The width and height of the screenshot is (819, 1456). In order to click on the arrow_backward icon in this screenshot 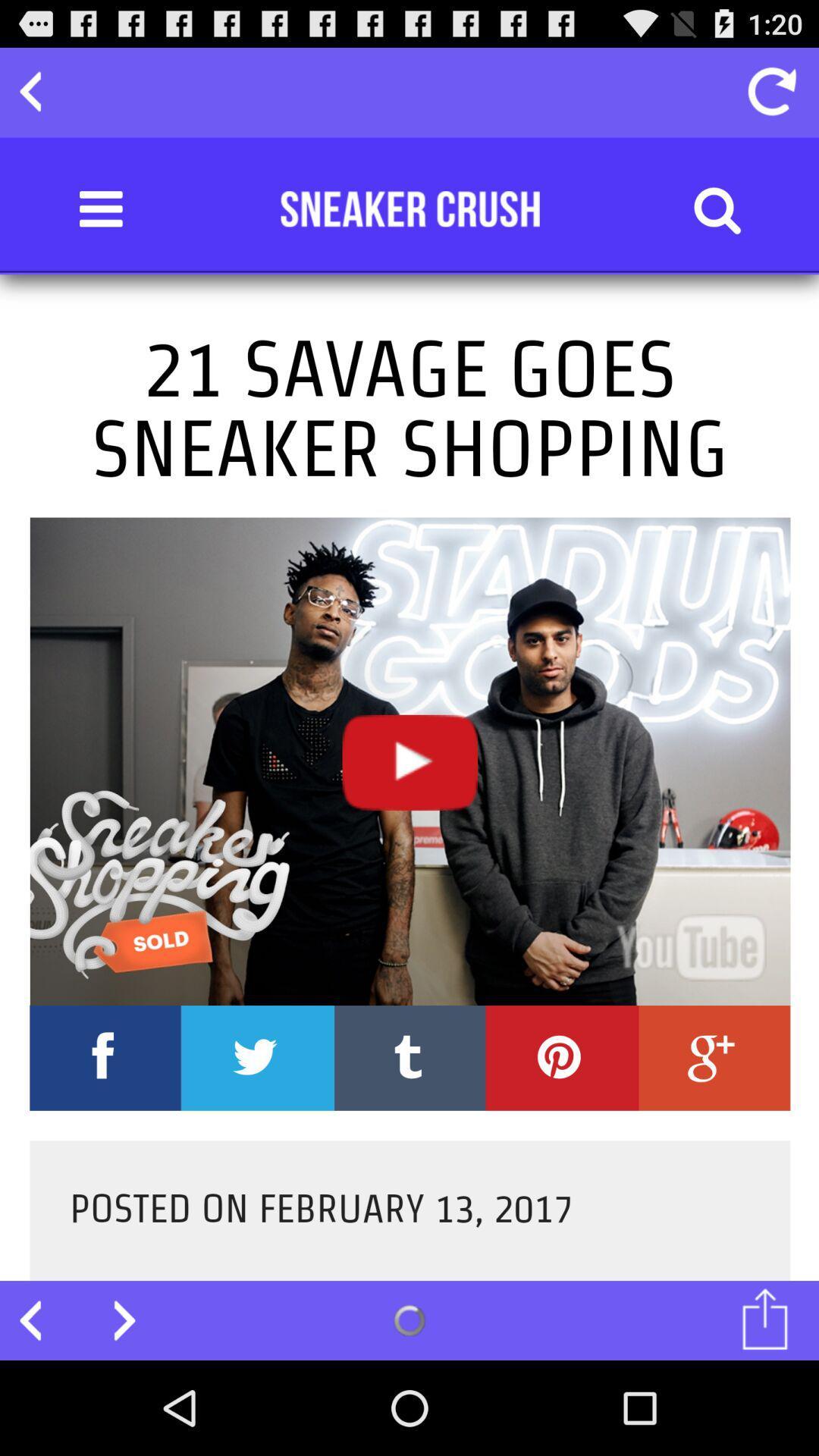, I will do `click(39, 1412)`.